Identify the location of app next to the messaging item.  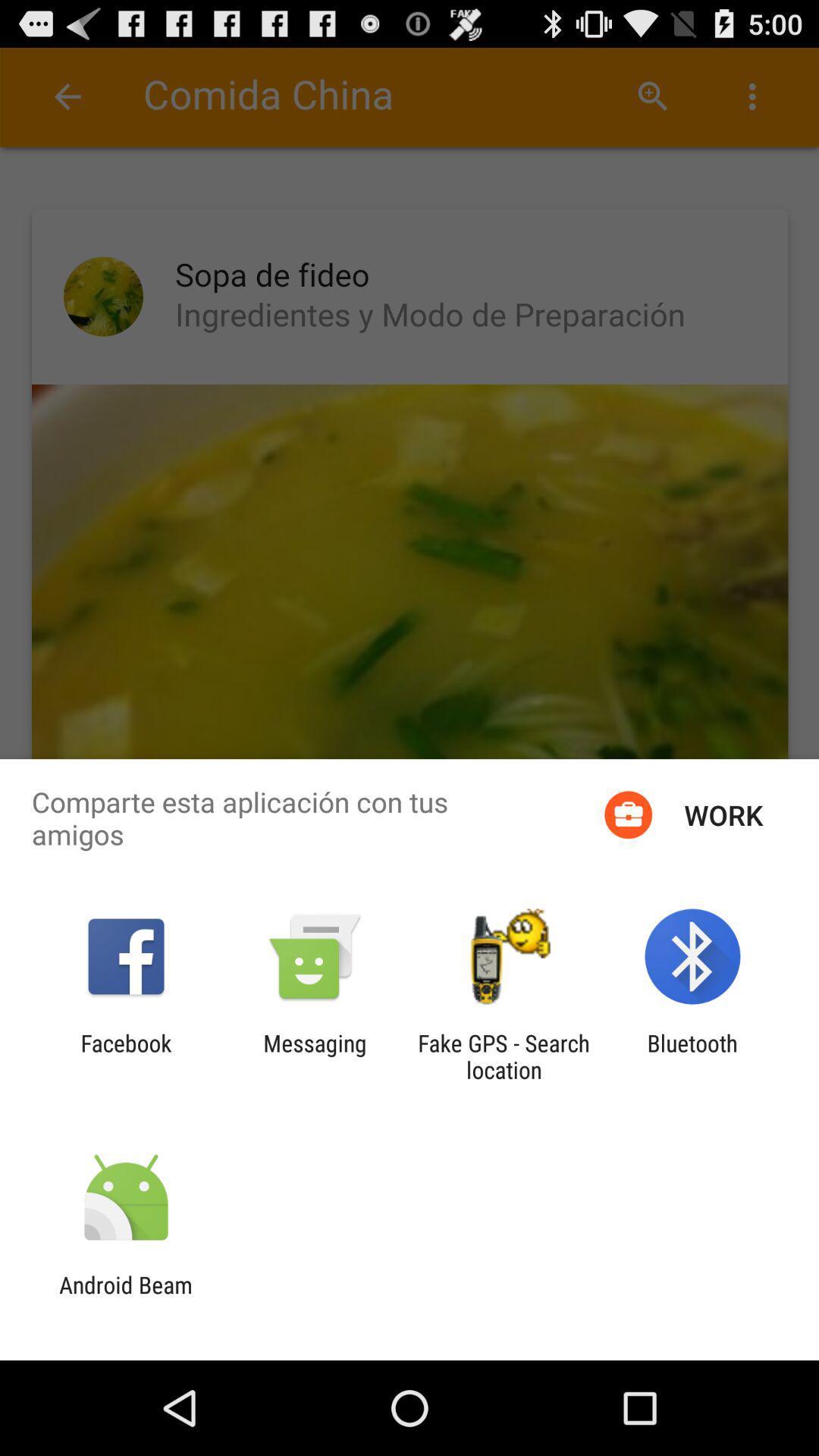
(504, 1056).